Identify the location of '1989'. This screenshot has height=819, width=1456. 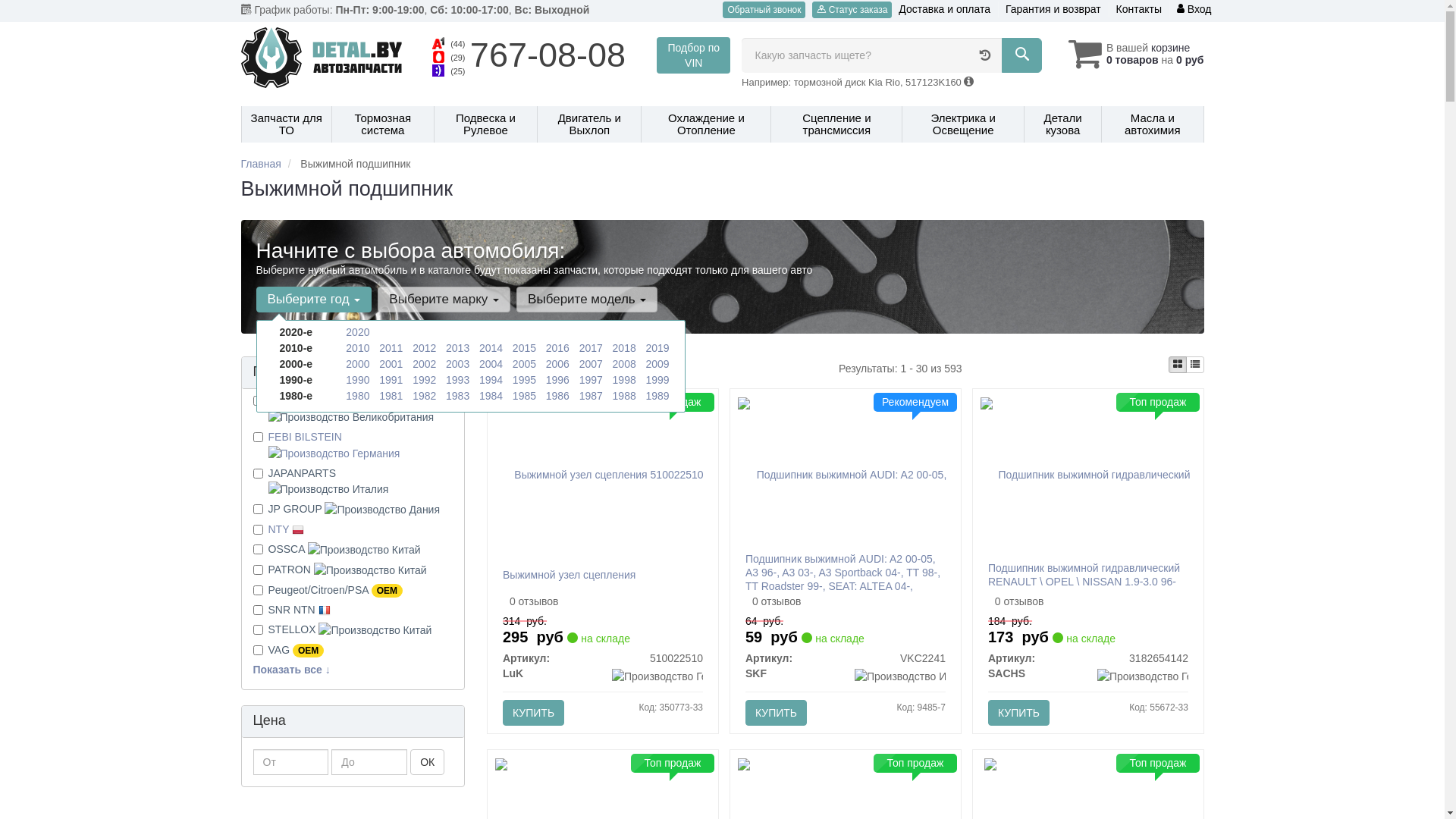
(657, 394).